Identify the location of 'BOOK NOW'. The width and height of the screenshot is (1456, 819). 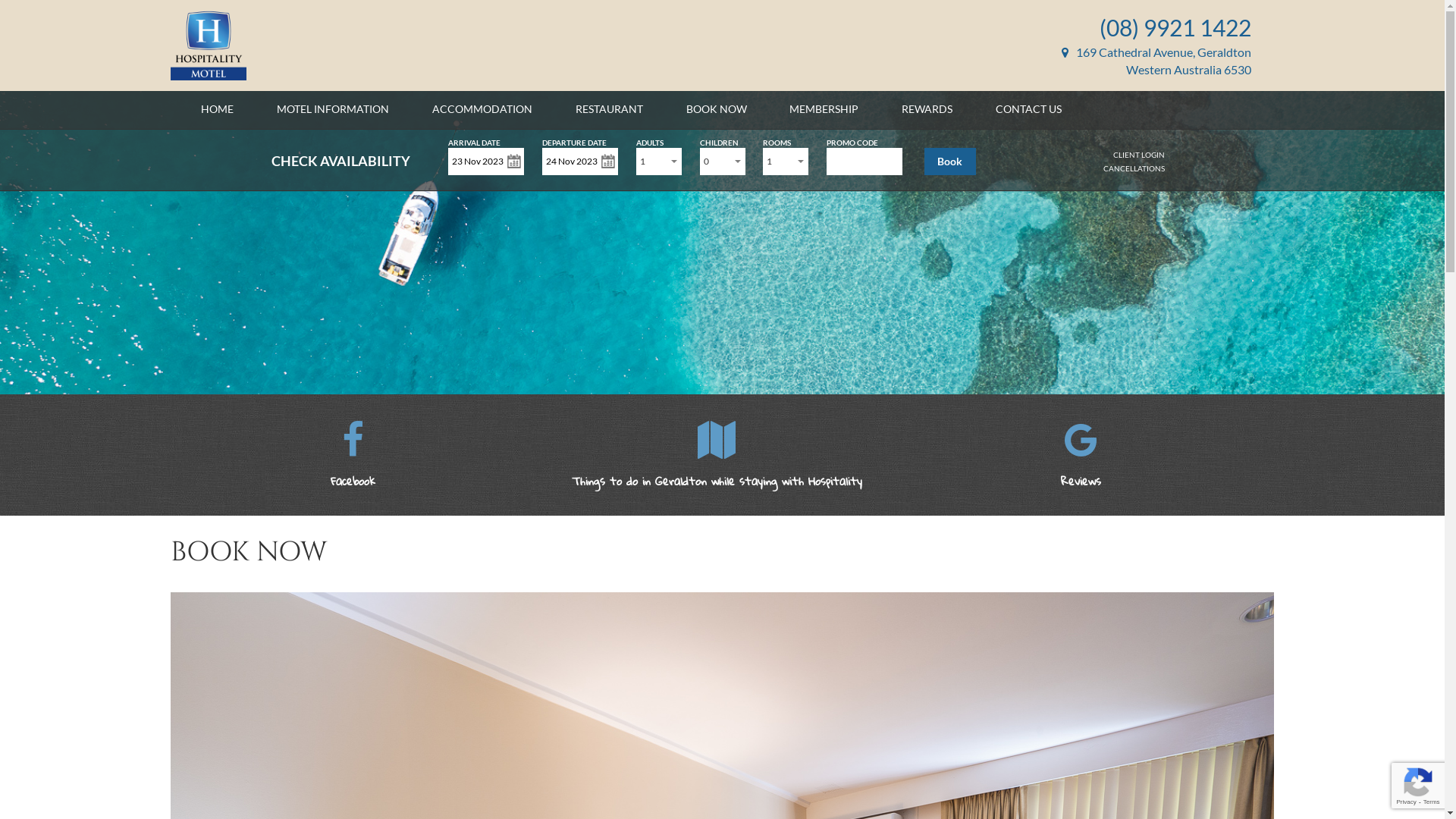
(686, 108).